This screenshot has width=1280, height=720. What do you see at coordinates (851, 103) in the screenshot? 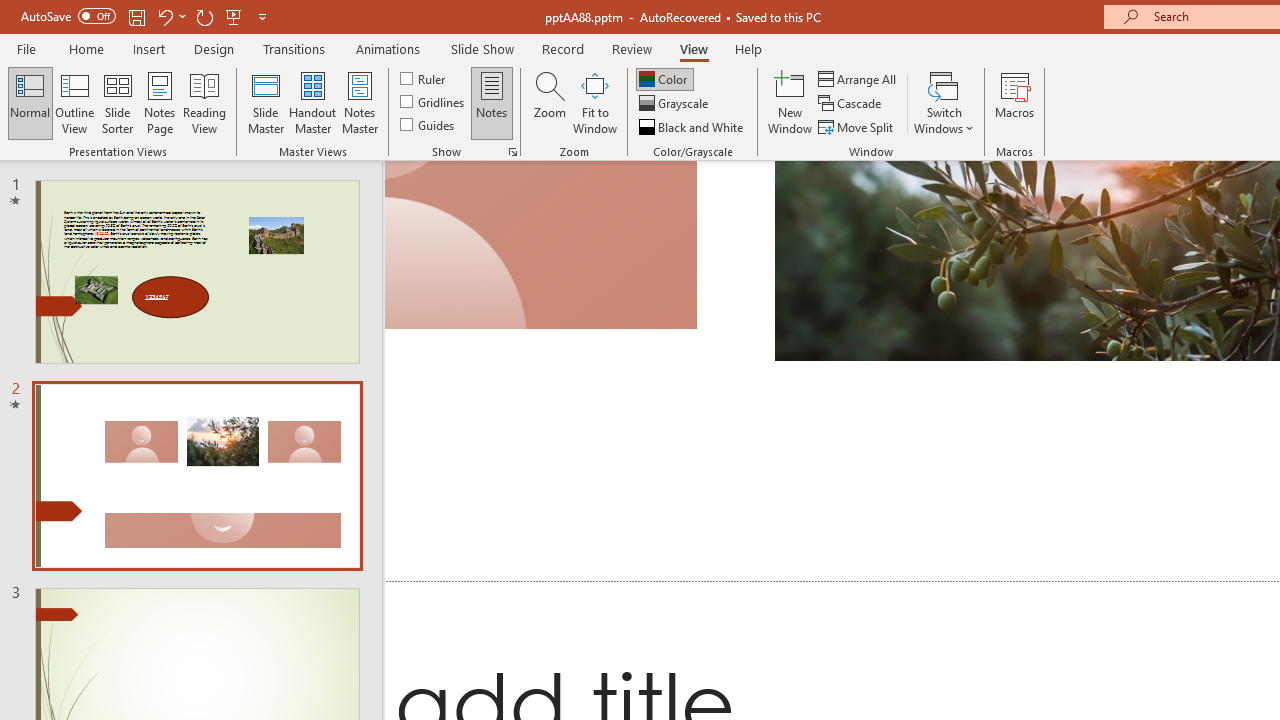
I see `'Cascade'` at bounding box center [851, 103].